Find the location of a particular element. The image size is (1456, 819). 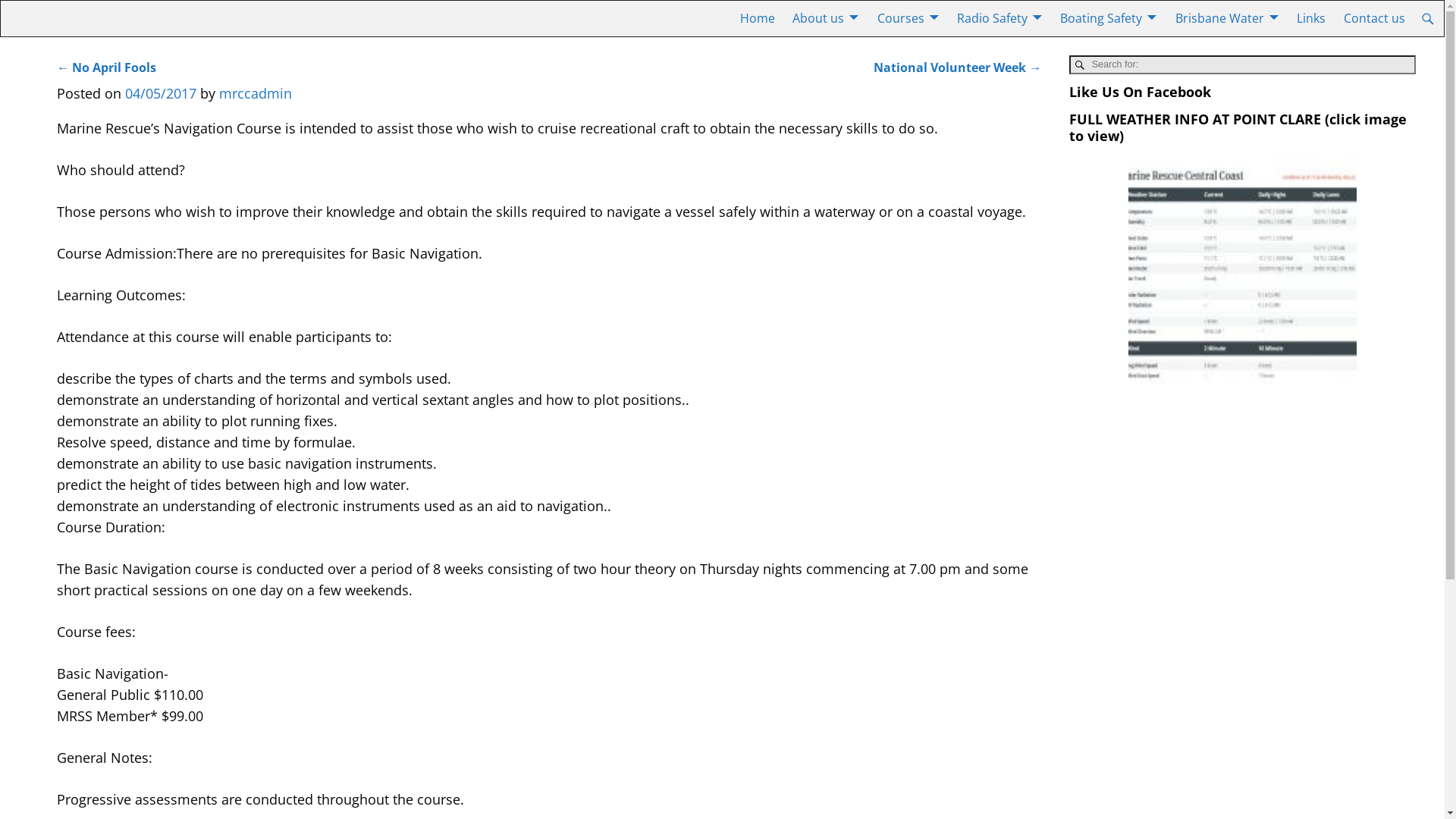

'Boating Safety' is located at coordinates (1109, 18).